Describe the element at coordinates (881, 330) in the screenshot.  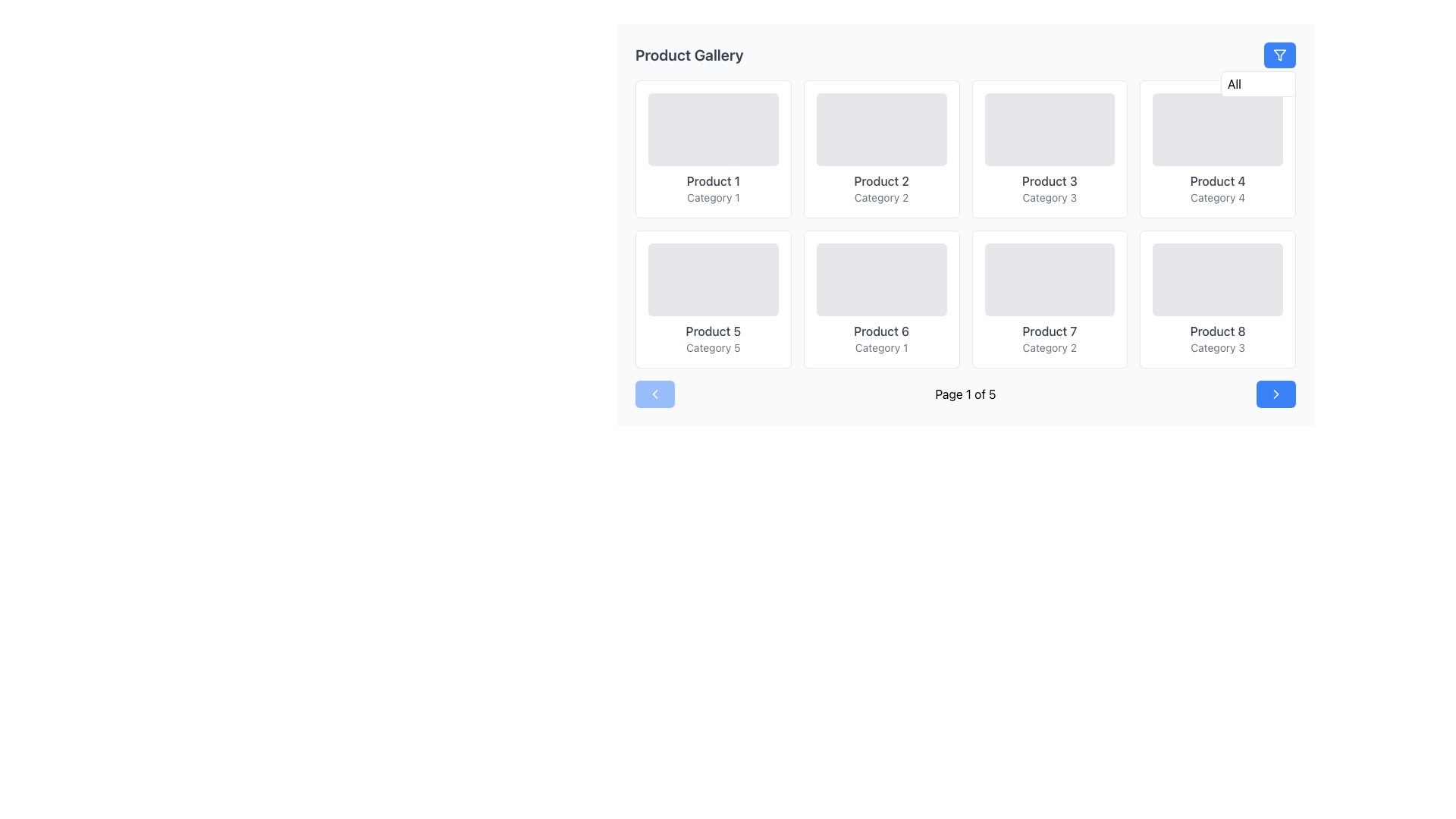
I see `the text label displaying 'Product 6', which is styled in gray and positioned between an empty gray box above and 'Category 1' below, located in the second row, third column of the grid layout` at that location.